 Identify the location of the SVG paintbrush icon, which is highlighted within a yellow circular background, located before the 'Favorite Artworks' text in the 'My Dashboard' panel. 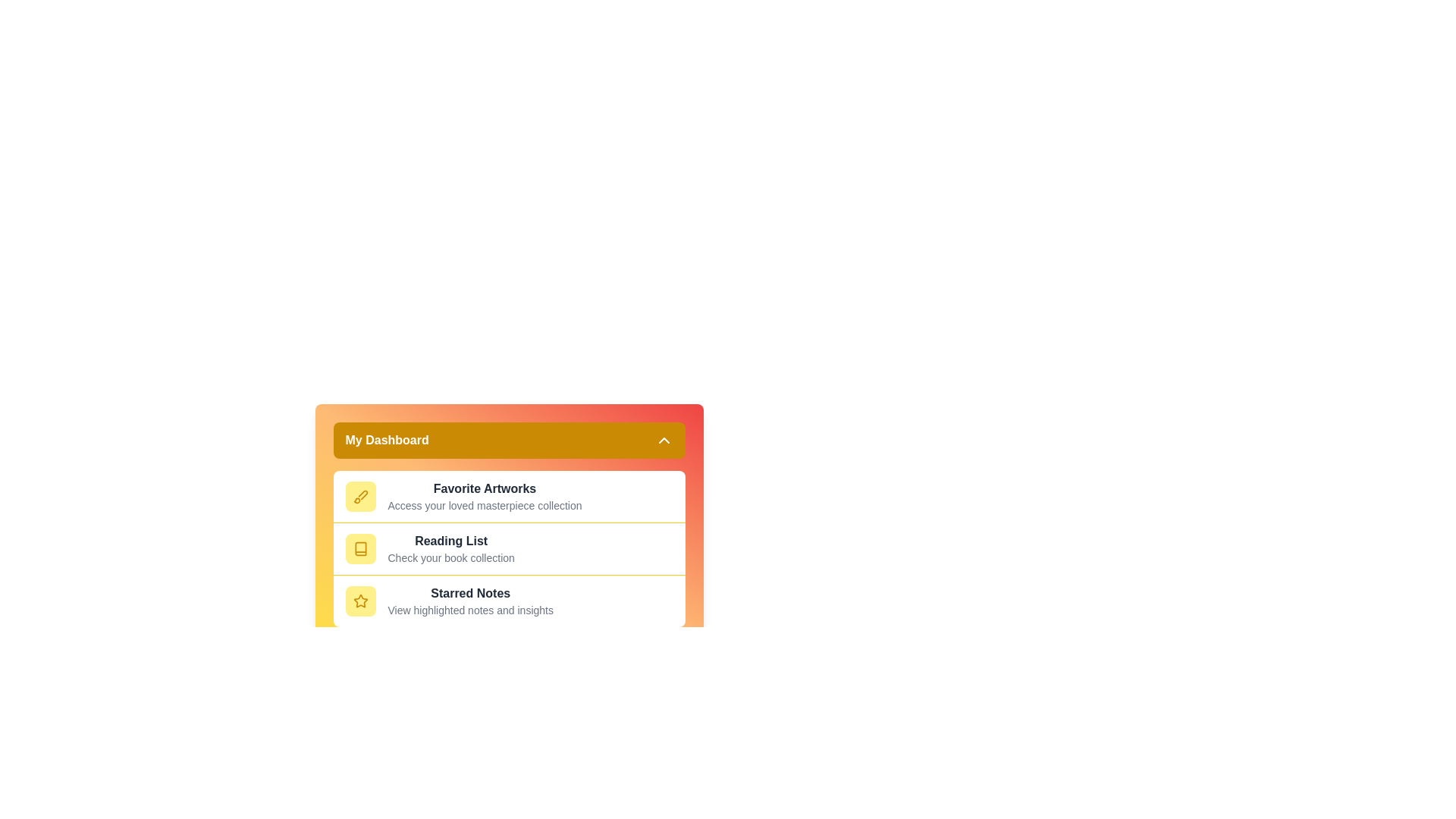
(359, 497).